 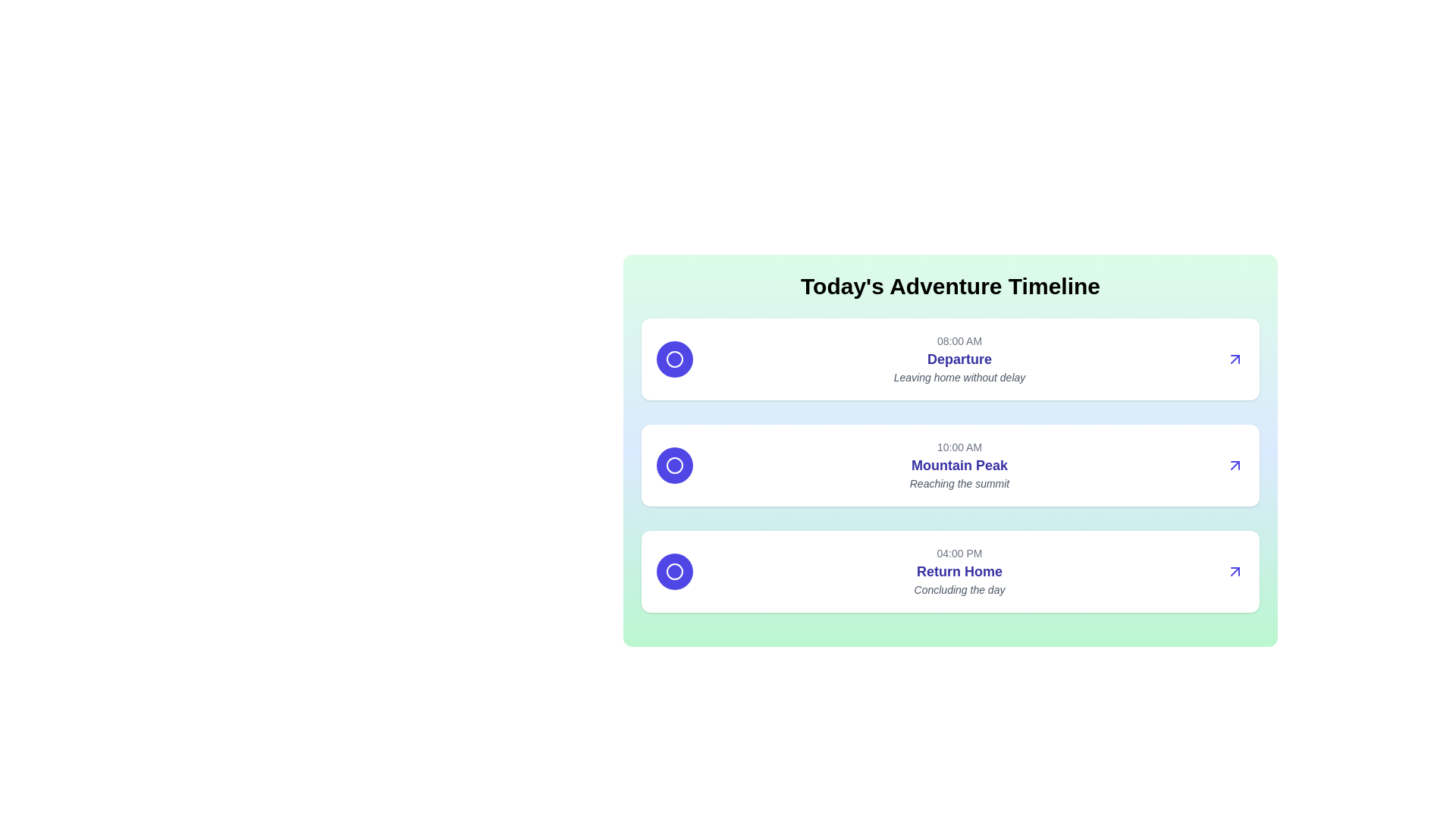 I want to click on the second circular icon with a white outline and blue fill, located to the left of the timeline items in a vertically arranged list, so click(x=673, y=464).